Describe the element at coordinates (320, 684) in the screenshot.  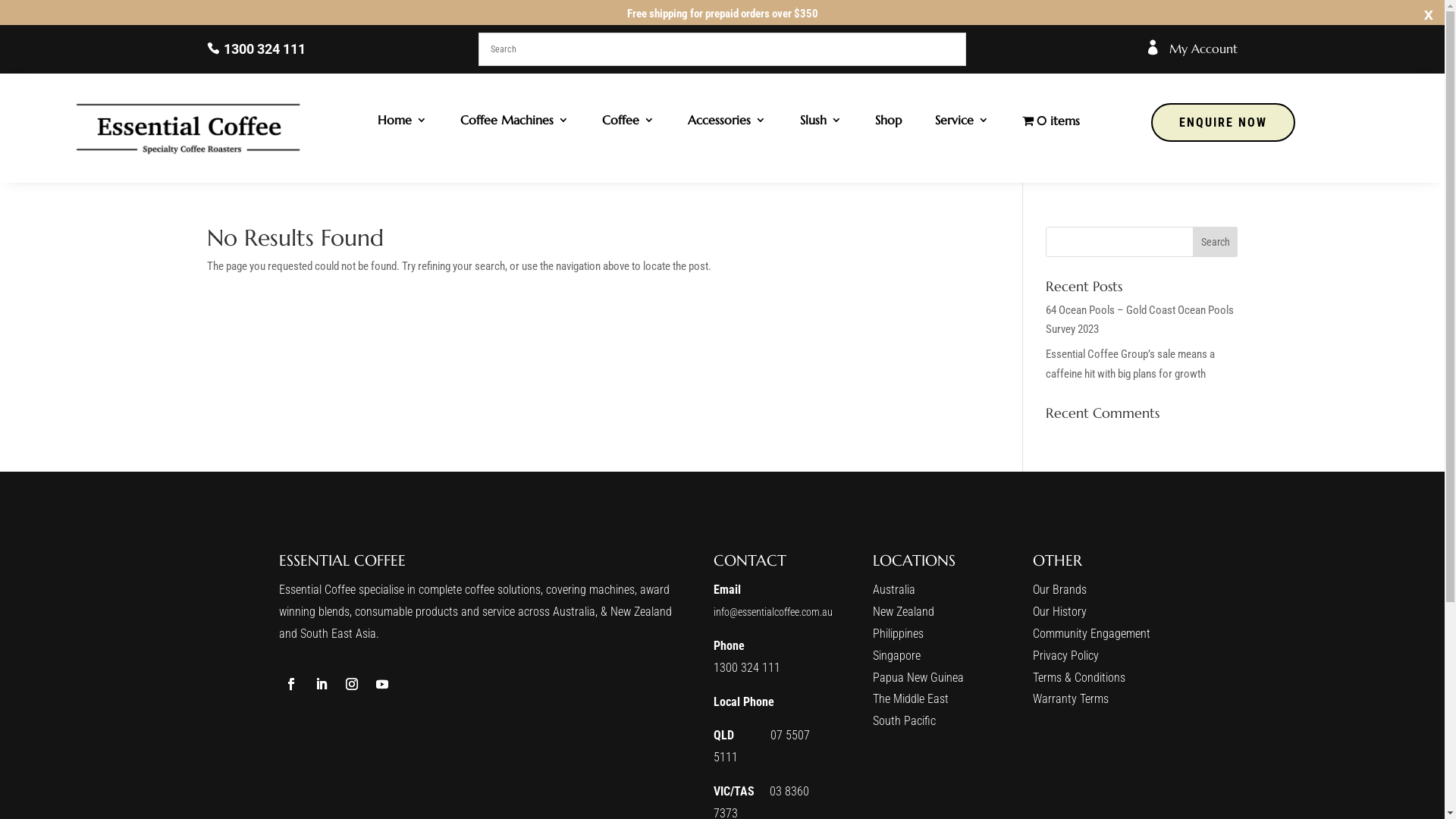
I see `'Follow on LinkedIn'` at that location.